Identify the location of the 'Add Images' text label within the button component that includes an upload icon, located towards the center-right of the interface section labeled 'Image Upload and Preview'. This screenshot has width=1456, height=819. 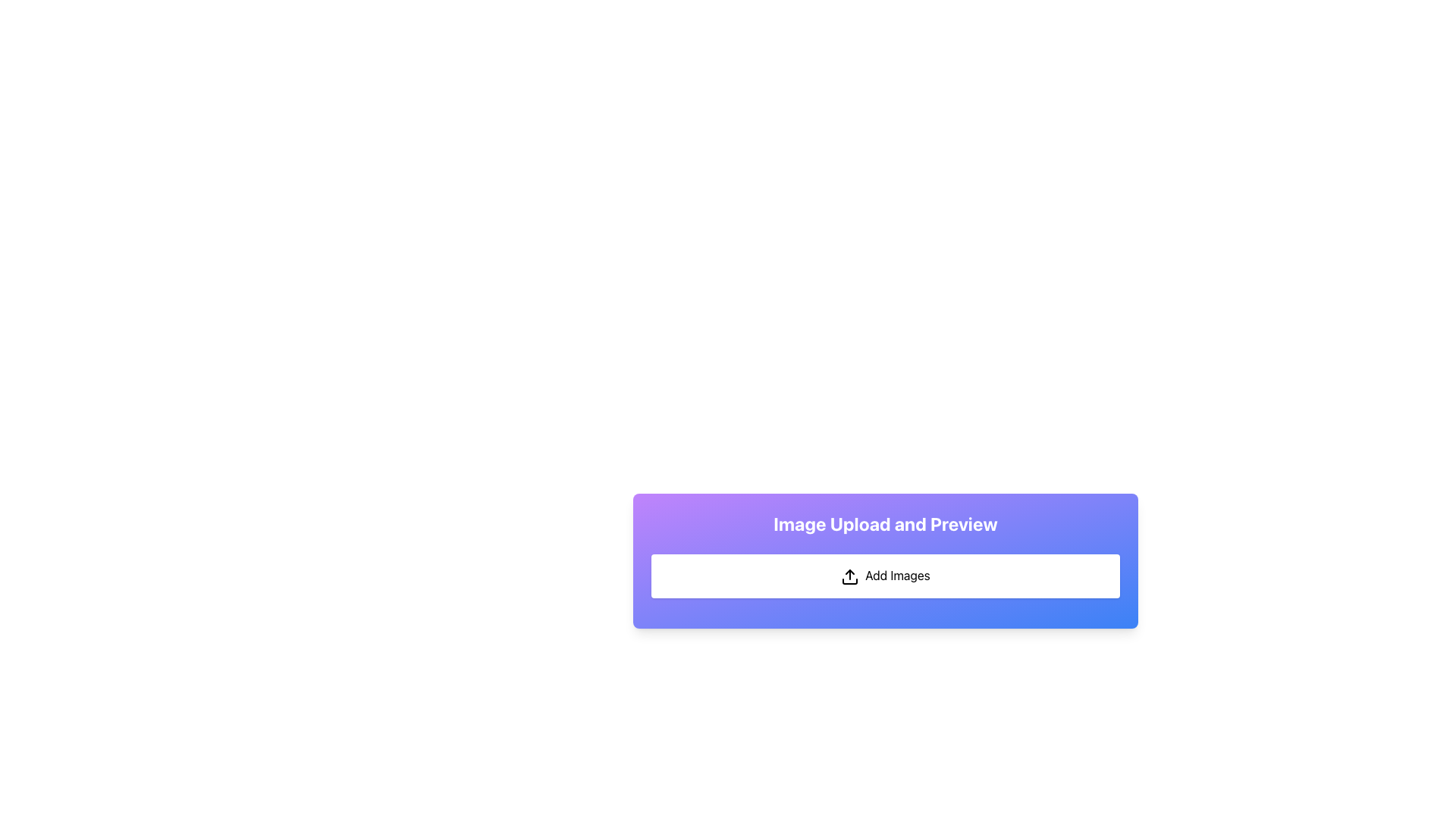
(898, 576).